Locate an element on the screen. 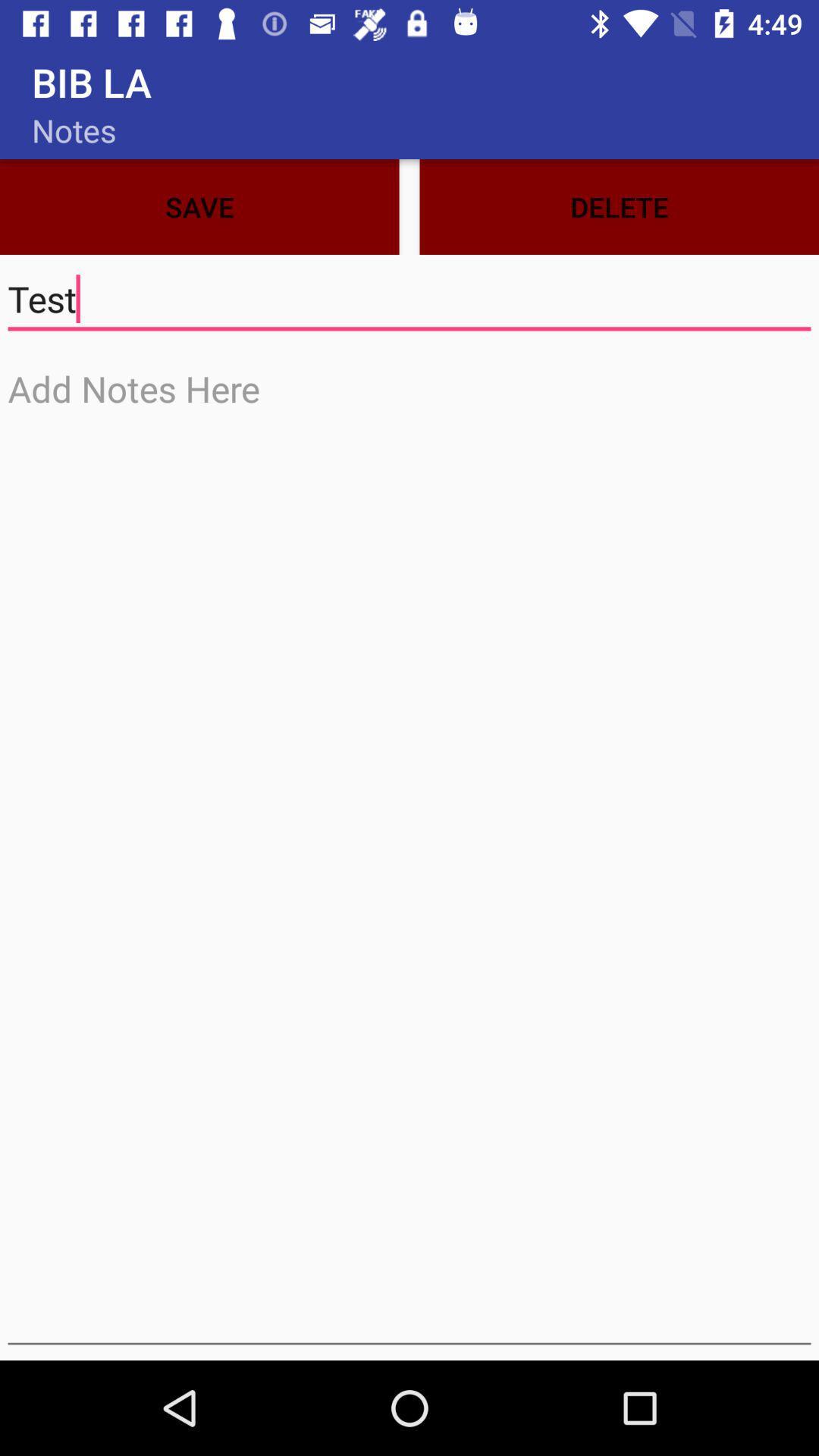 The image size is (819, 1456). the item above test item is located at coordinates (619, 206).